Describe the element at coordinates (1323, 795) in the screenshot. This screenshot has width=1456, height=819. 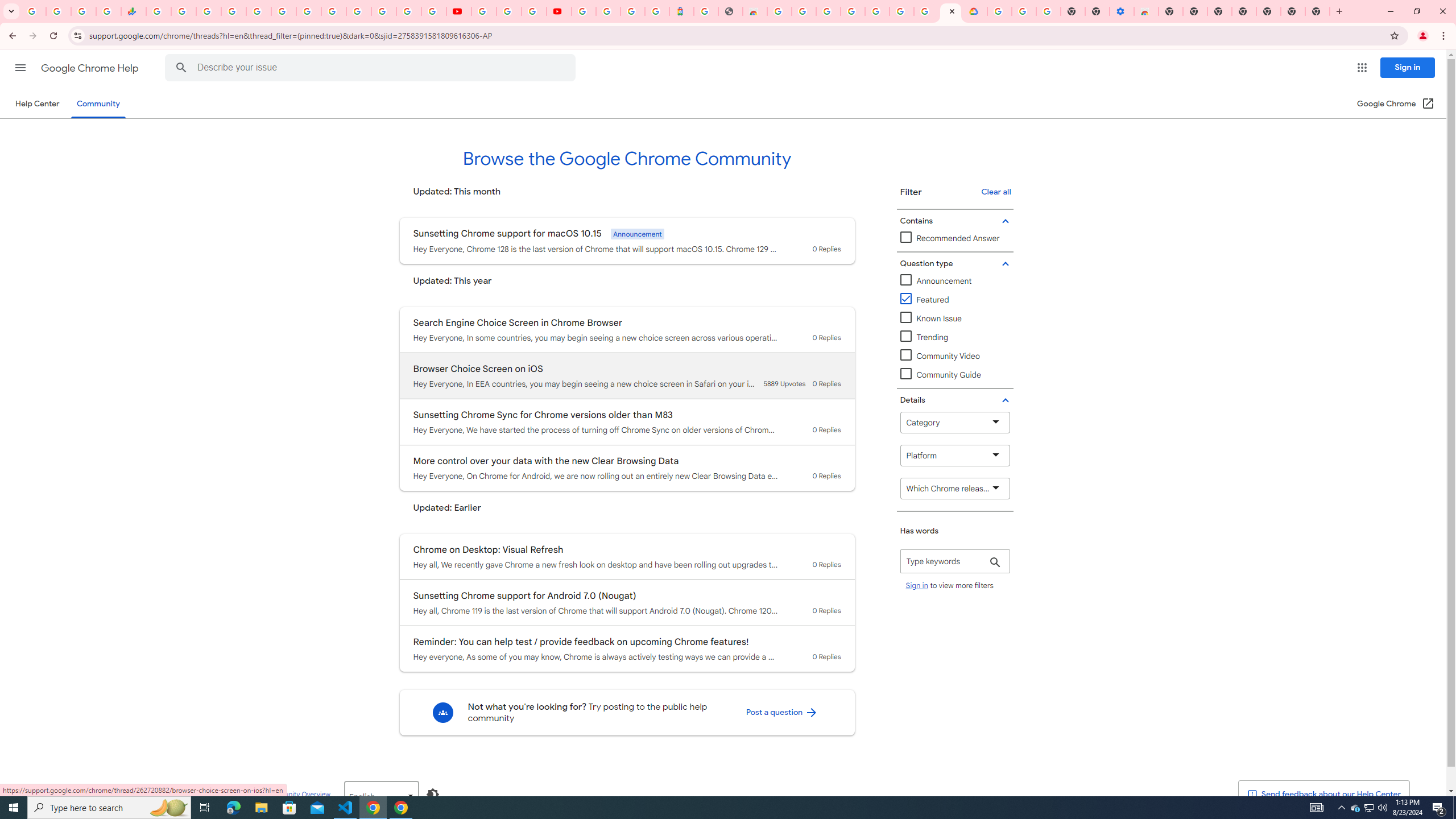
I see `' Send feedback about our Help Center'` at that location.